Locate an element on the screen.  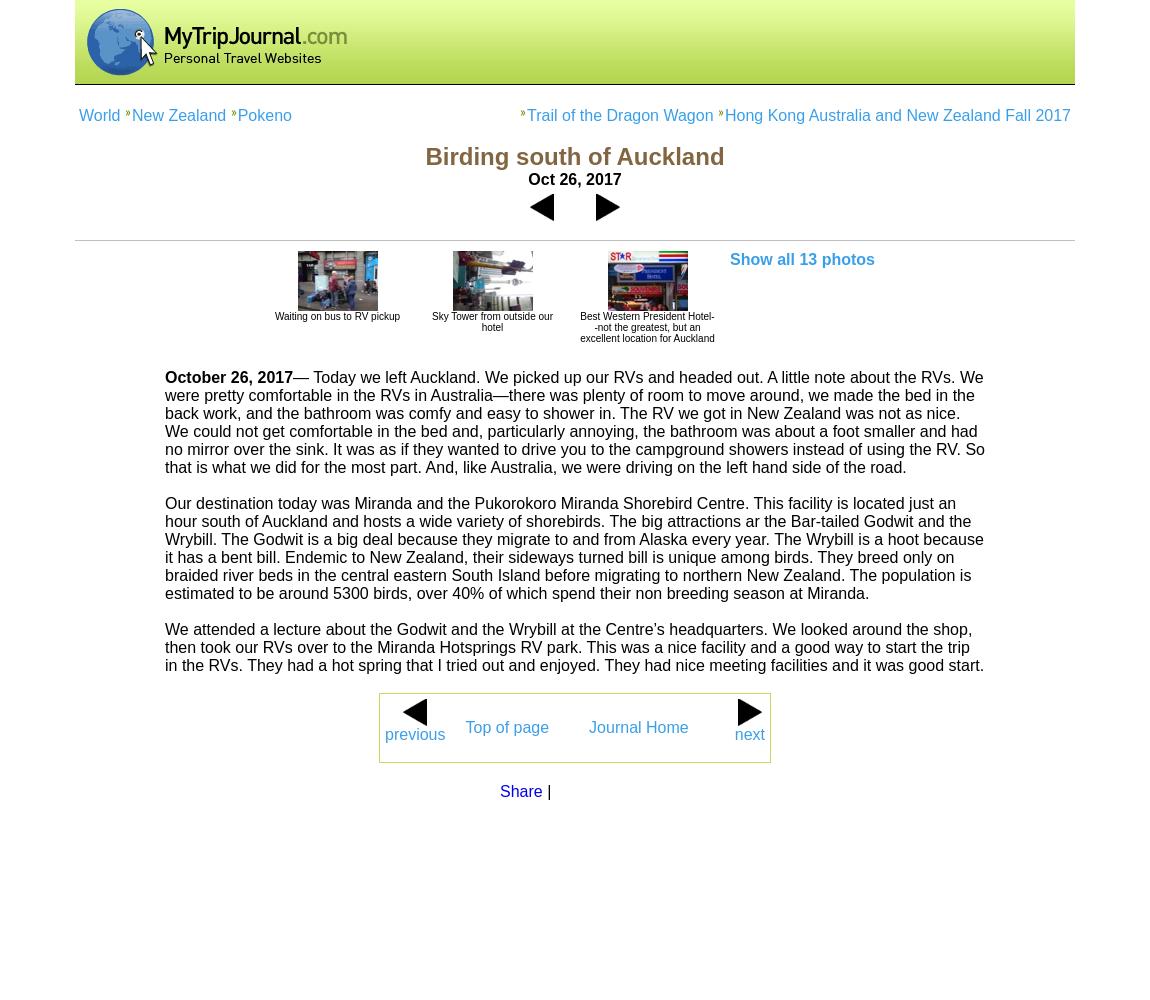
'October 26, 2017' is located at coordinates (227, 377).